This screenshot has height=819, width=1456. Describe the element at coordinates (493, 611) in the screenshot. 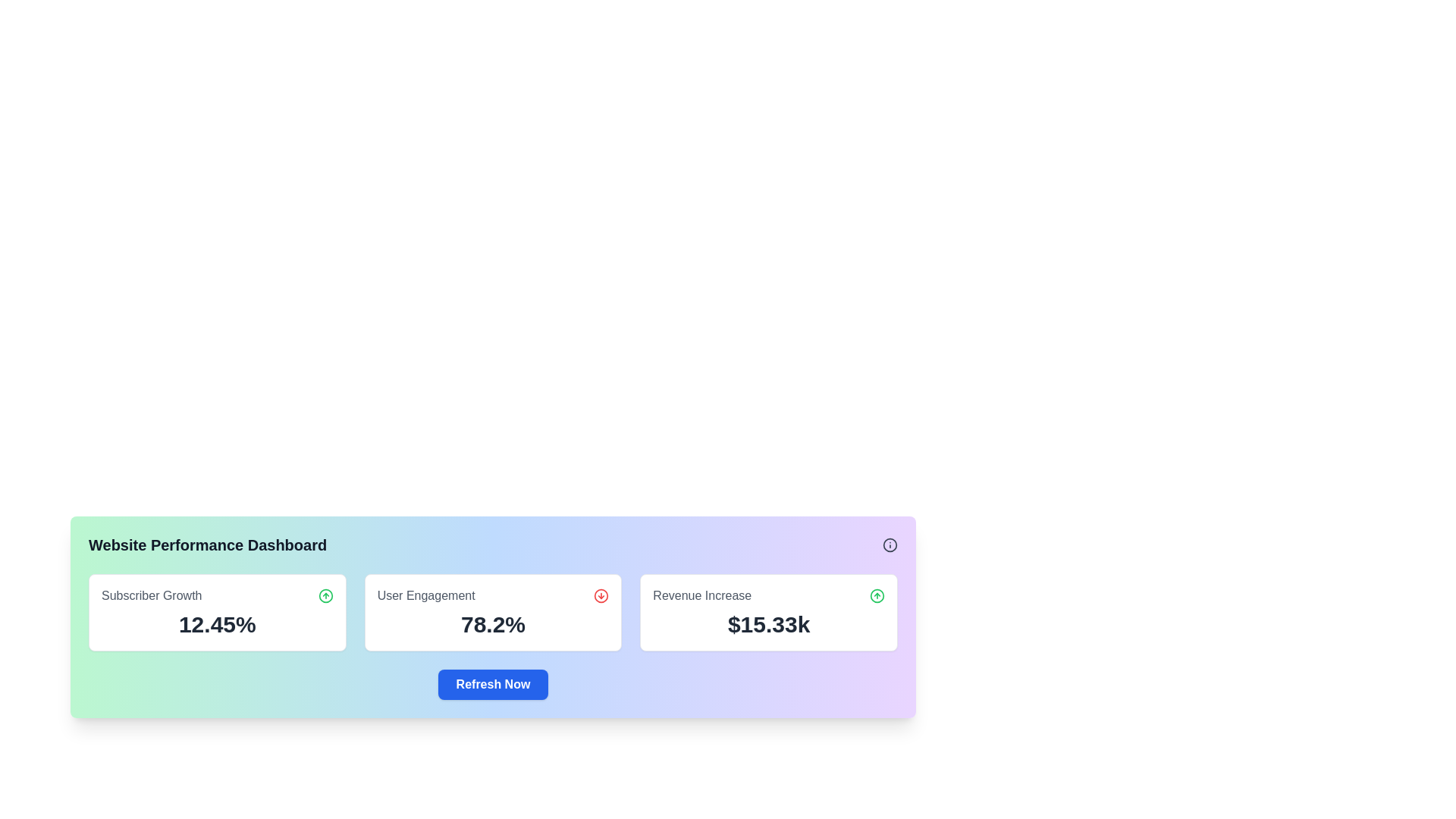

I see `the 'User Engagement' display card, which shows a percentage value for metrics in the performance dashboard, positioned between the 'Subscriber Growth' and 'Revenue Increase' cards` at that location.